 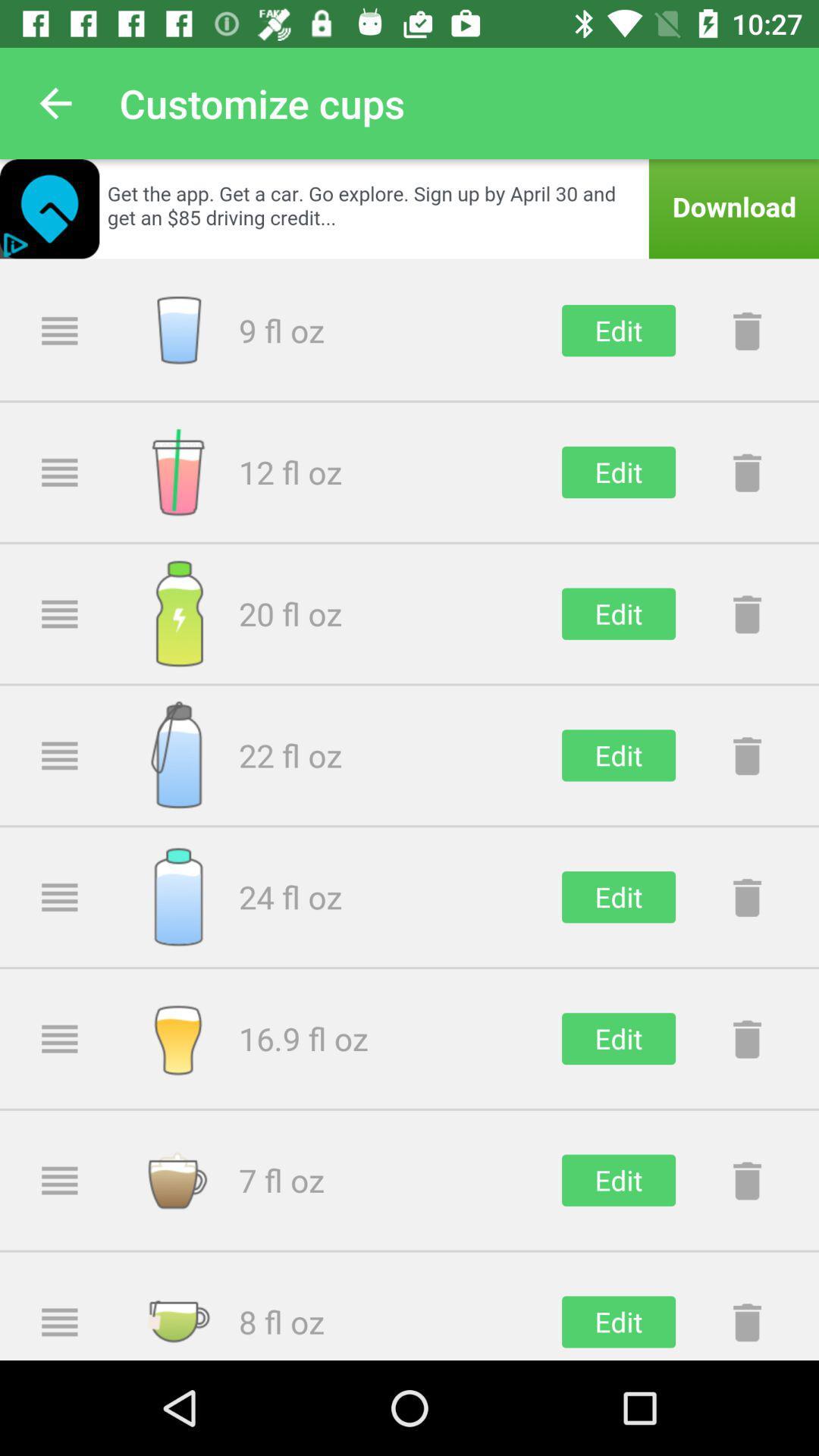 I want to click on delete item button, so click(x=746, y=1037).